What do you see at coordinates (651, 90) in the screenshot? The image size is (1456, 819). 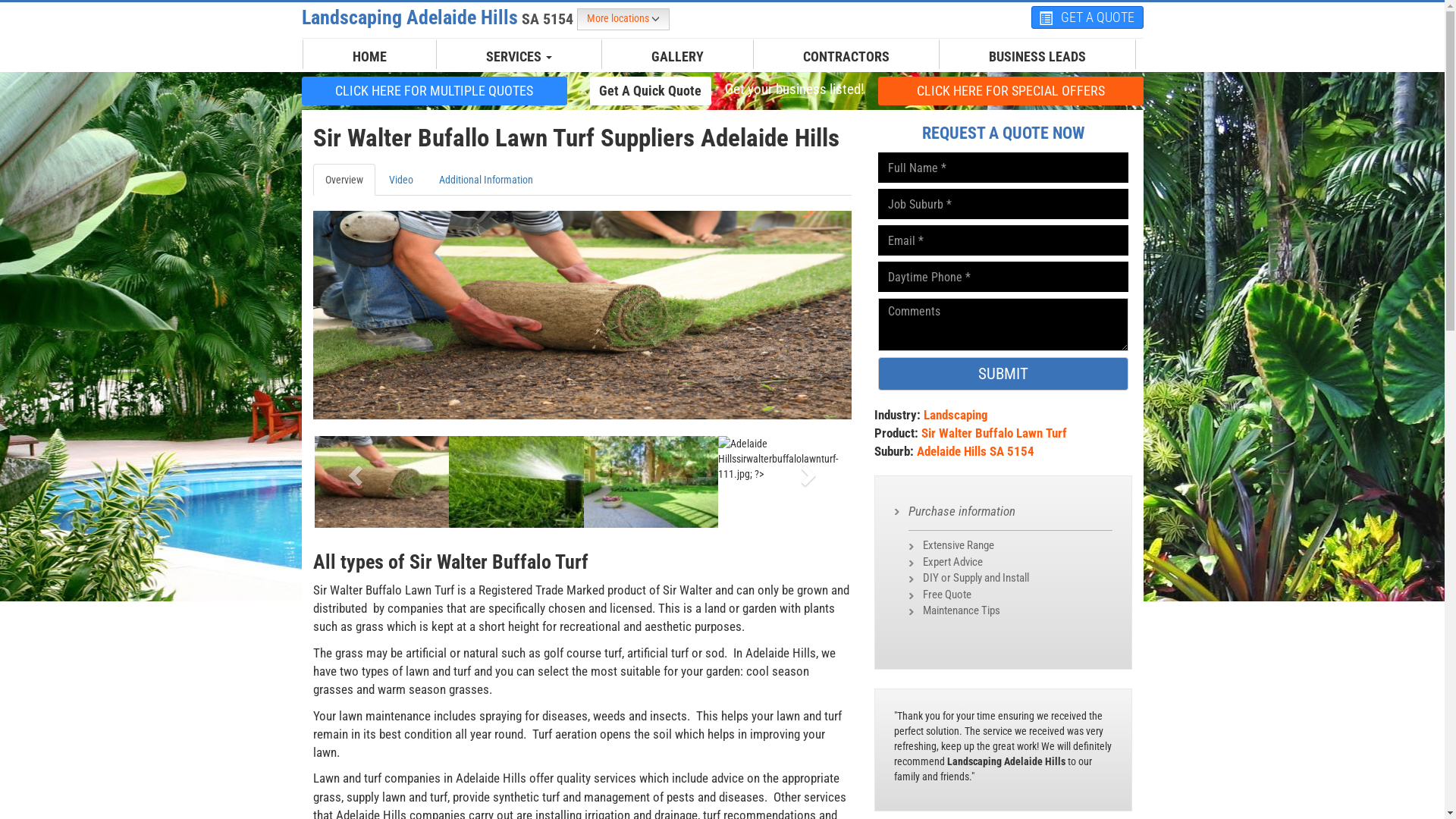 I see `'Get A Quick Quote'` at bounding box center [651, 90].